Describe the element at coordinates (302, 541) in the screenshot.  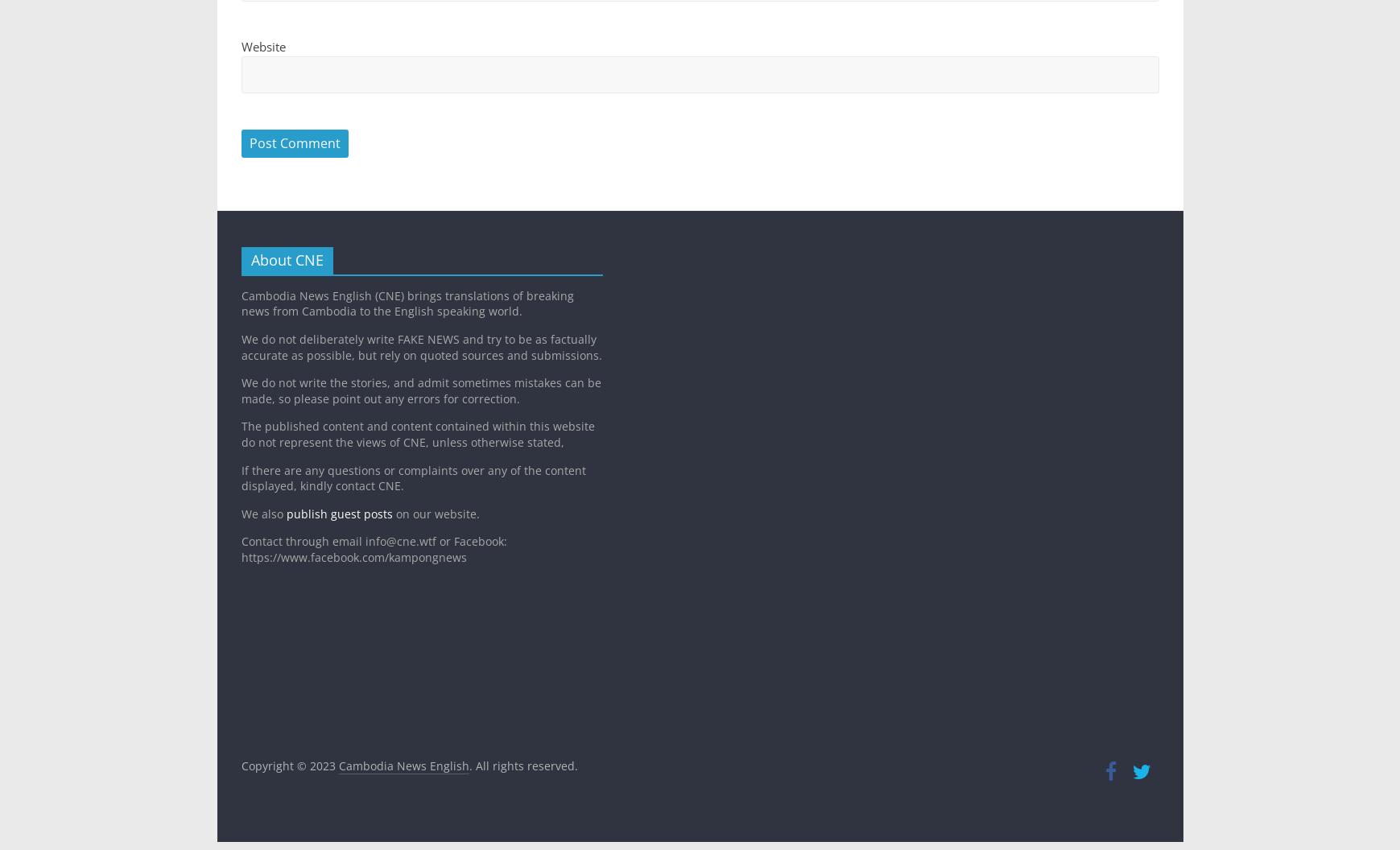
I see `'Contact through email'` at that location.